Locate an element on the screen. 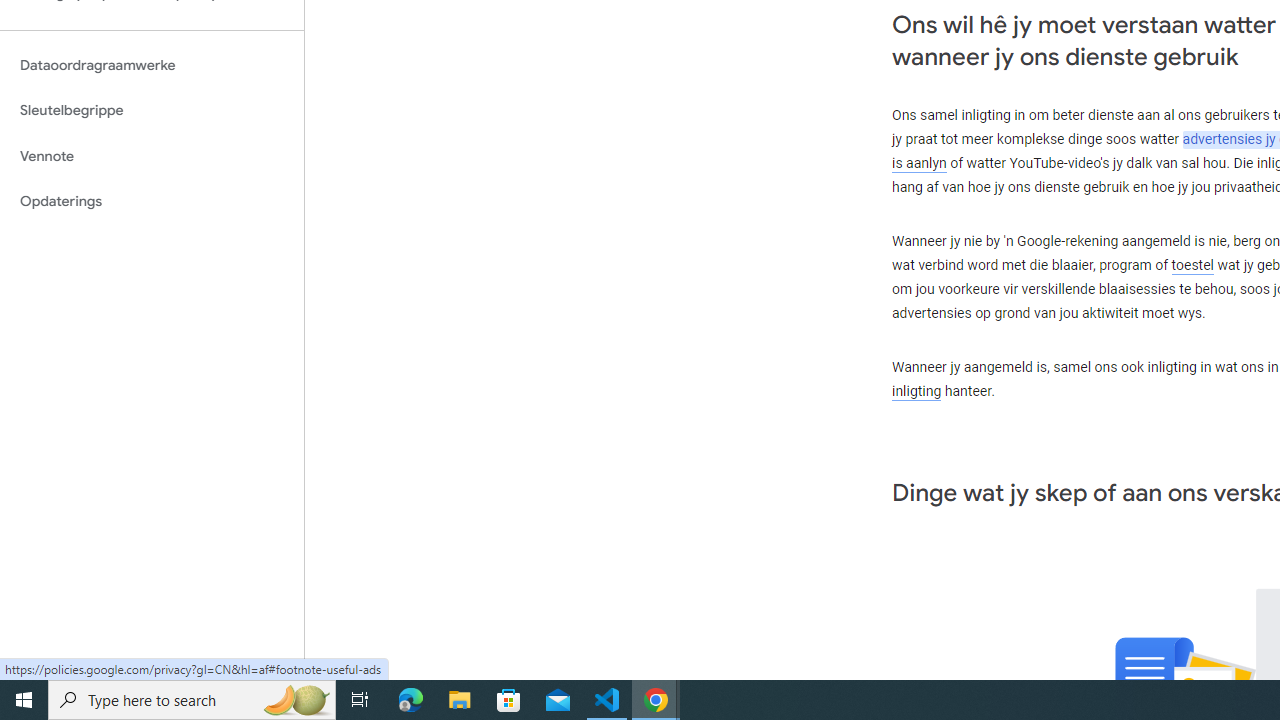  'Sleutelbegrippe' is located at coordinates (151, 110).